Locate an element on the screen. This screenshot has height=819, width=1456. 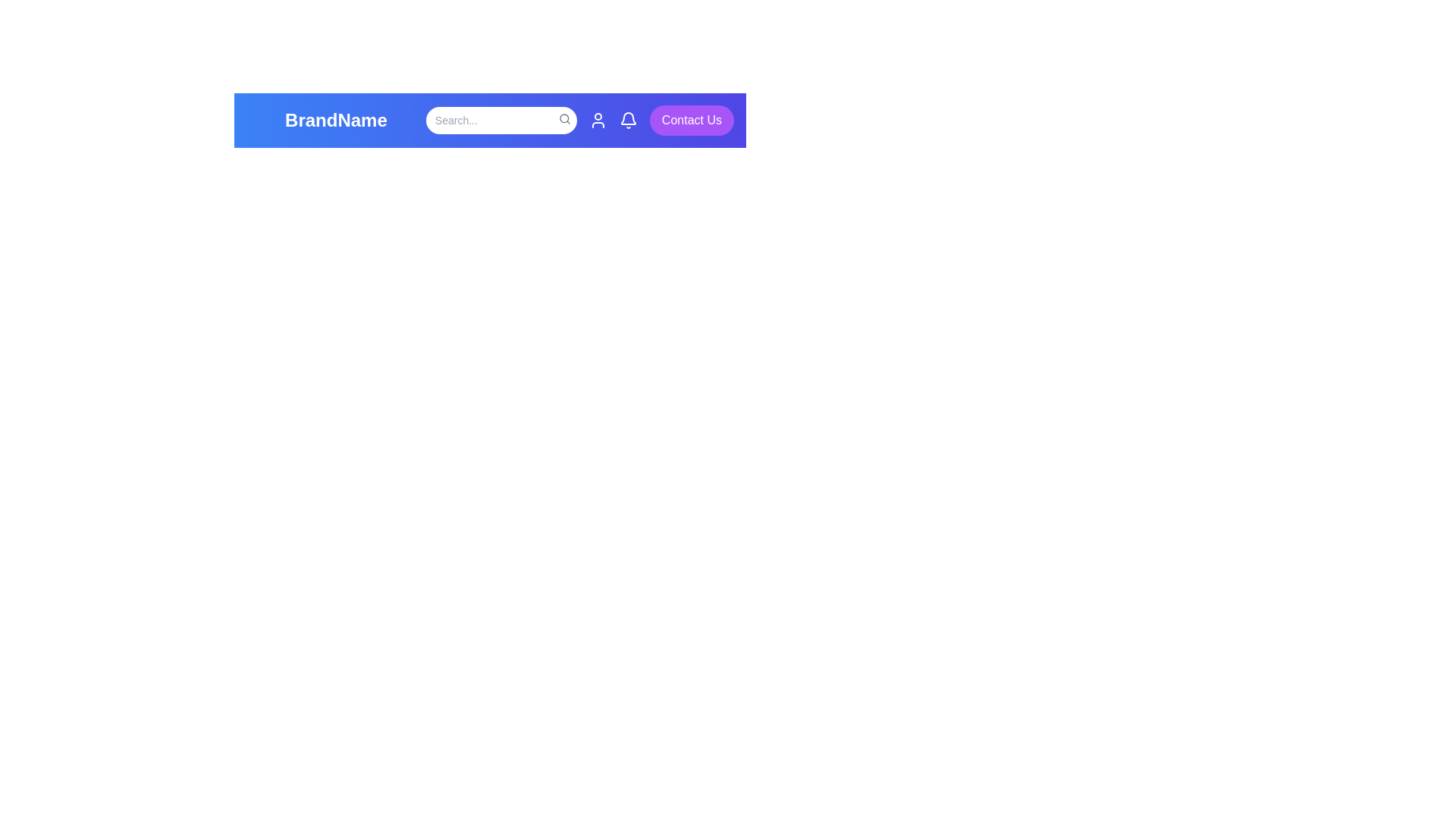
the 'Contact Us' button is located at coordinates (691, 119).